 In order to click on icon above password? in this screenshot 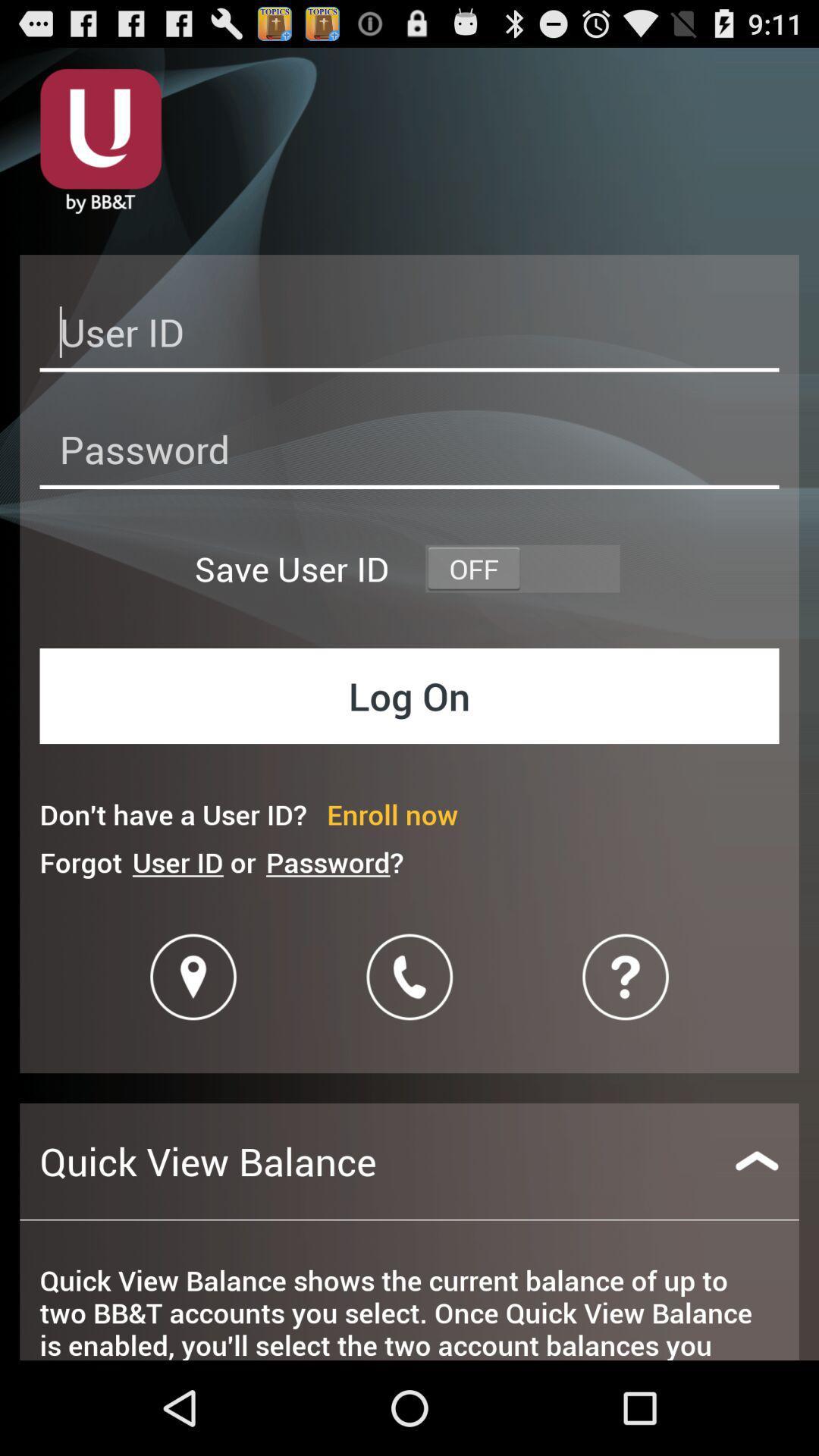, I will do `click(391, 814)`.